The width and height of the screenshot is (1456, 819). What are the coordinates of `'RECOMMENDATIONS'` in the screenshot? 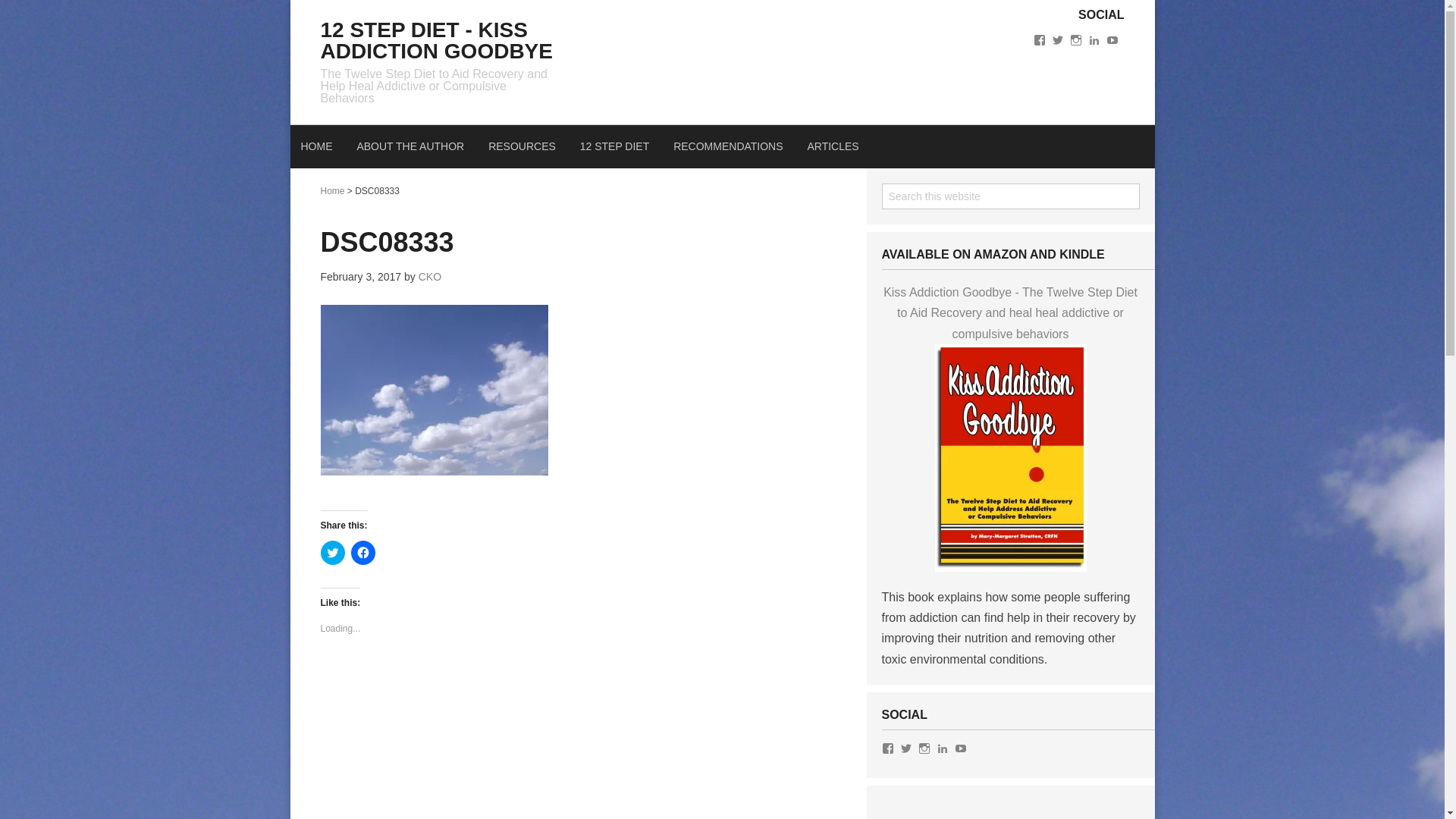 It's located at (728, 146).